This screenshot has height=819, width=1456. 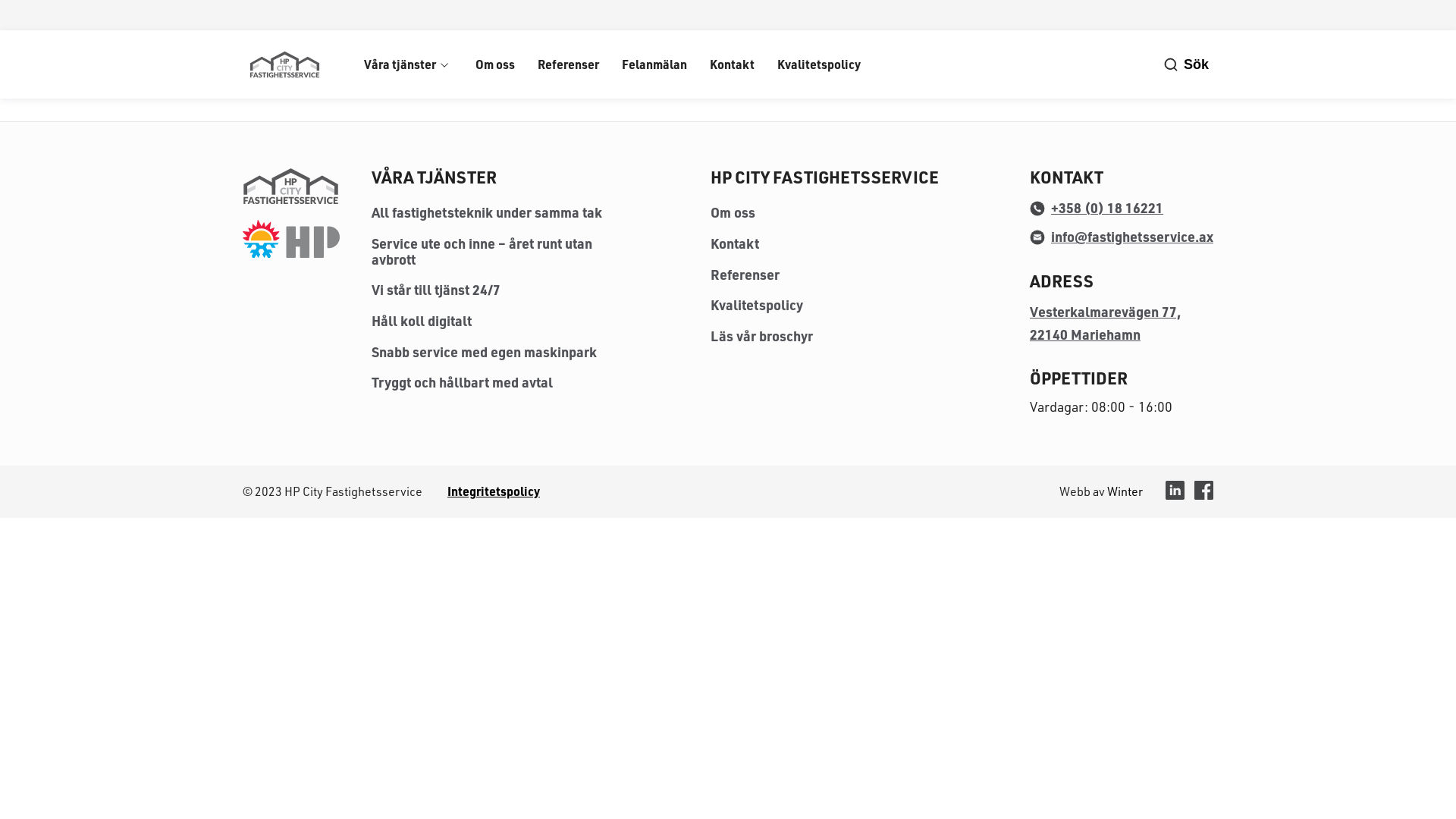 I want to click on 'Winter', so click(x=1125, y=491).